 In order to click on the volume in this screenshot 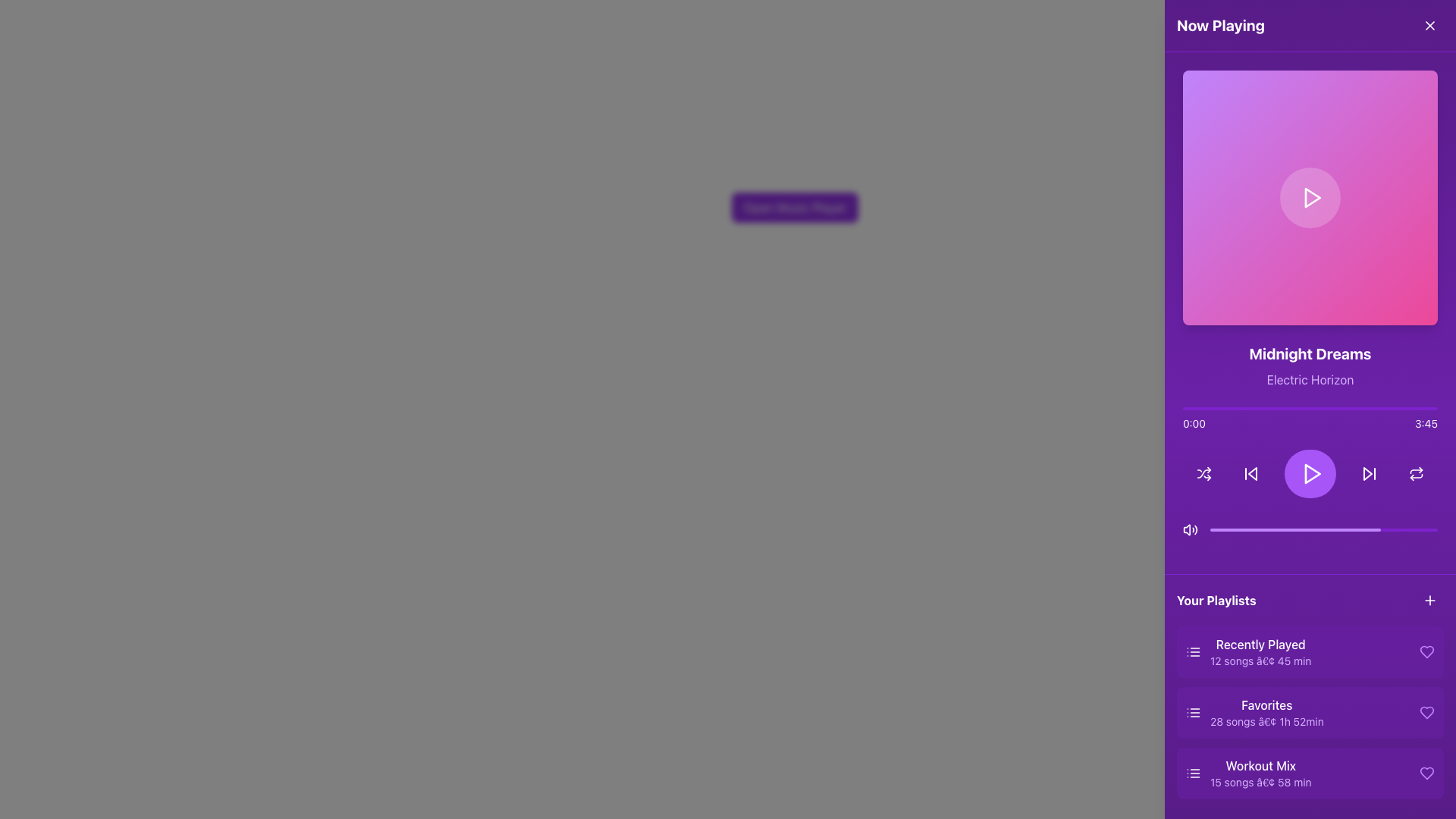, I will do `click(1414, 529)`.